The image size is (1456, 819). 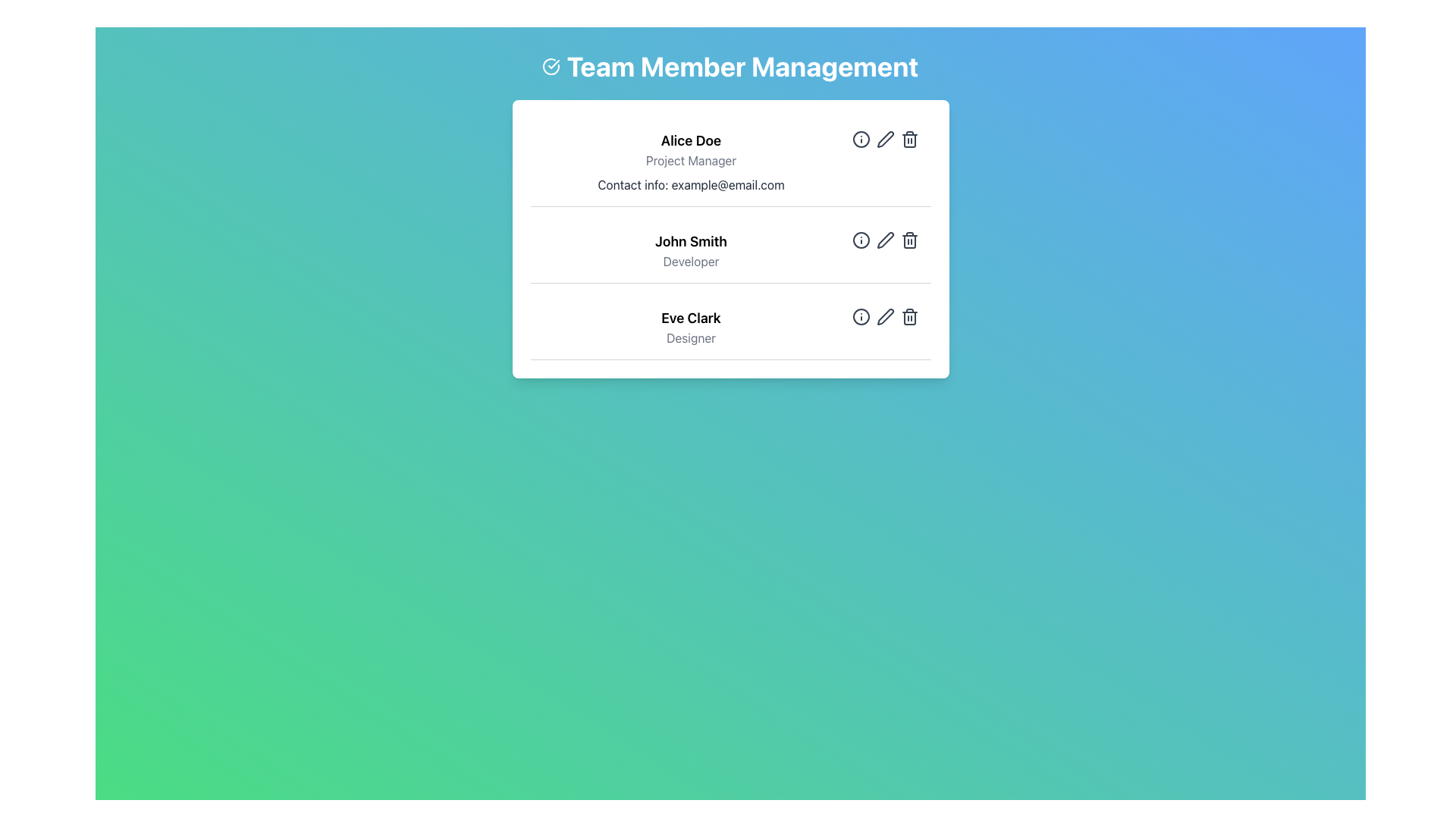 I want to click on the trash icon in the row of action buttons, so click(x=909, y=140).